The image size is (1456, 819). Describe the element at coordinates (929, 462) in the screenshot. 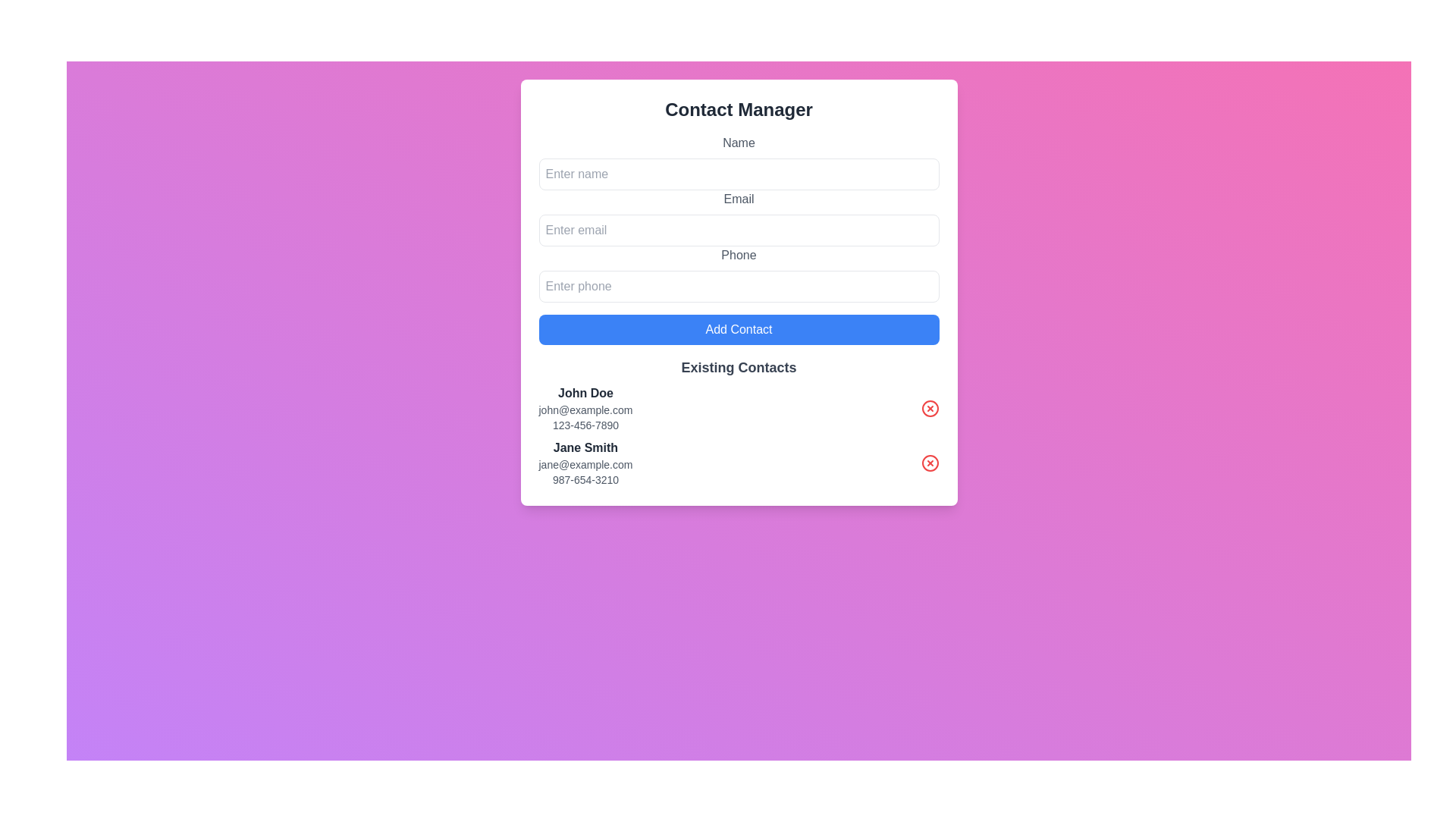

I see `the delete icon button for the contact 'Jane Smith' in the 'Existing Contacts' section` at that location.